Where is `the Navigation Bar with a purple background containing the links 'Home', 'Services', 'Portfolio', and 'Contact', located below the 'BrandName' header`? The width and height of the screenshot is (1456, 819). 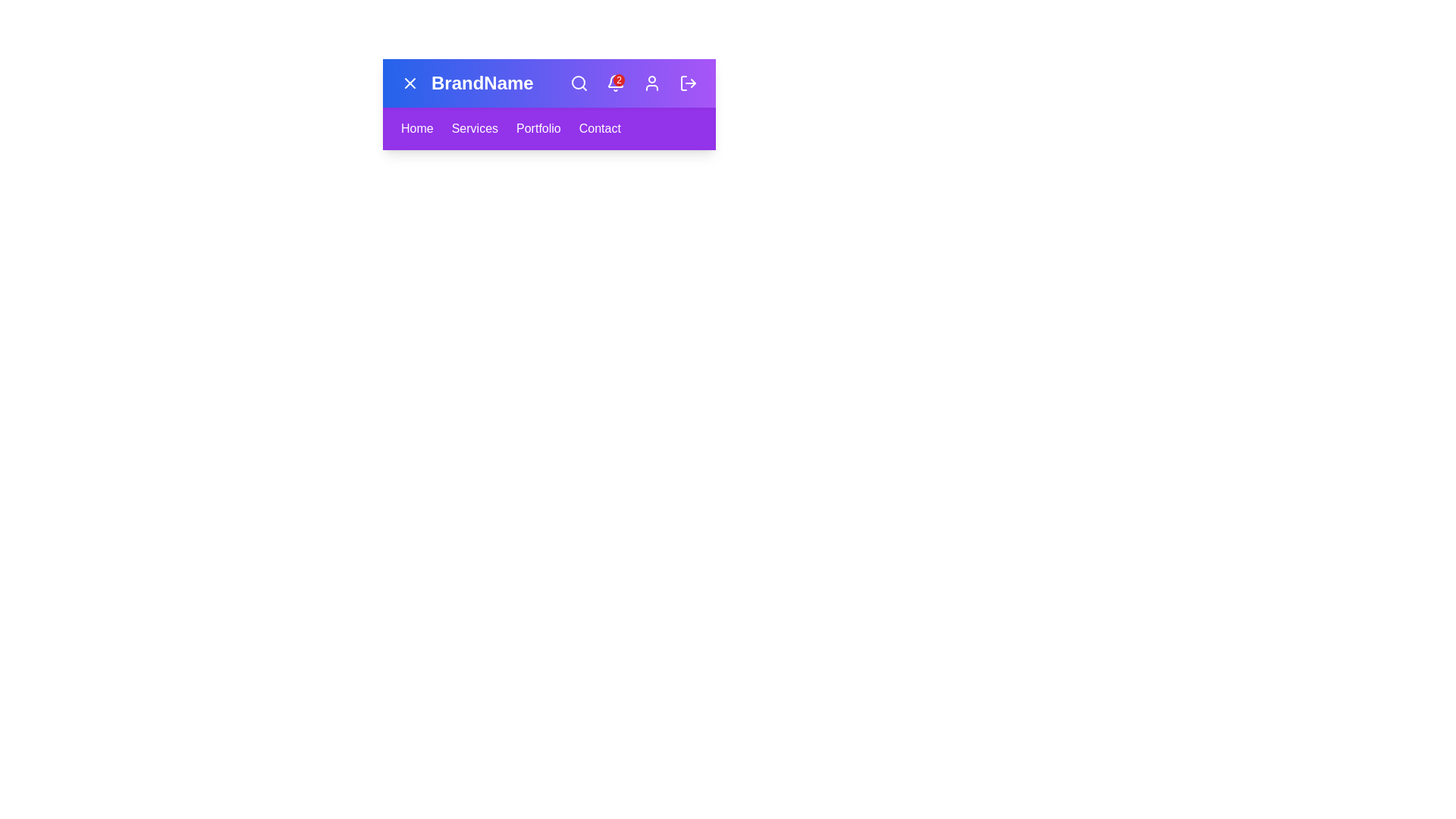
the Navigation Bar with a purple background containing the links 'Home', 'Services', 'Portfolio', and 'Contact', located below the 'BrandName' header is located at coordinates (548, 127).